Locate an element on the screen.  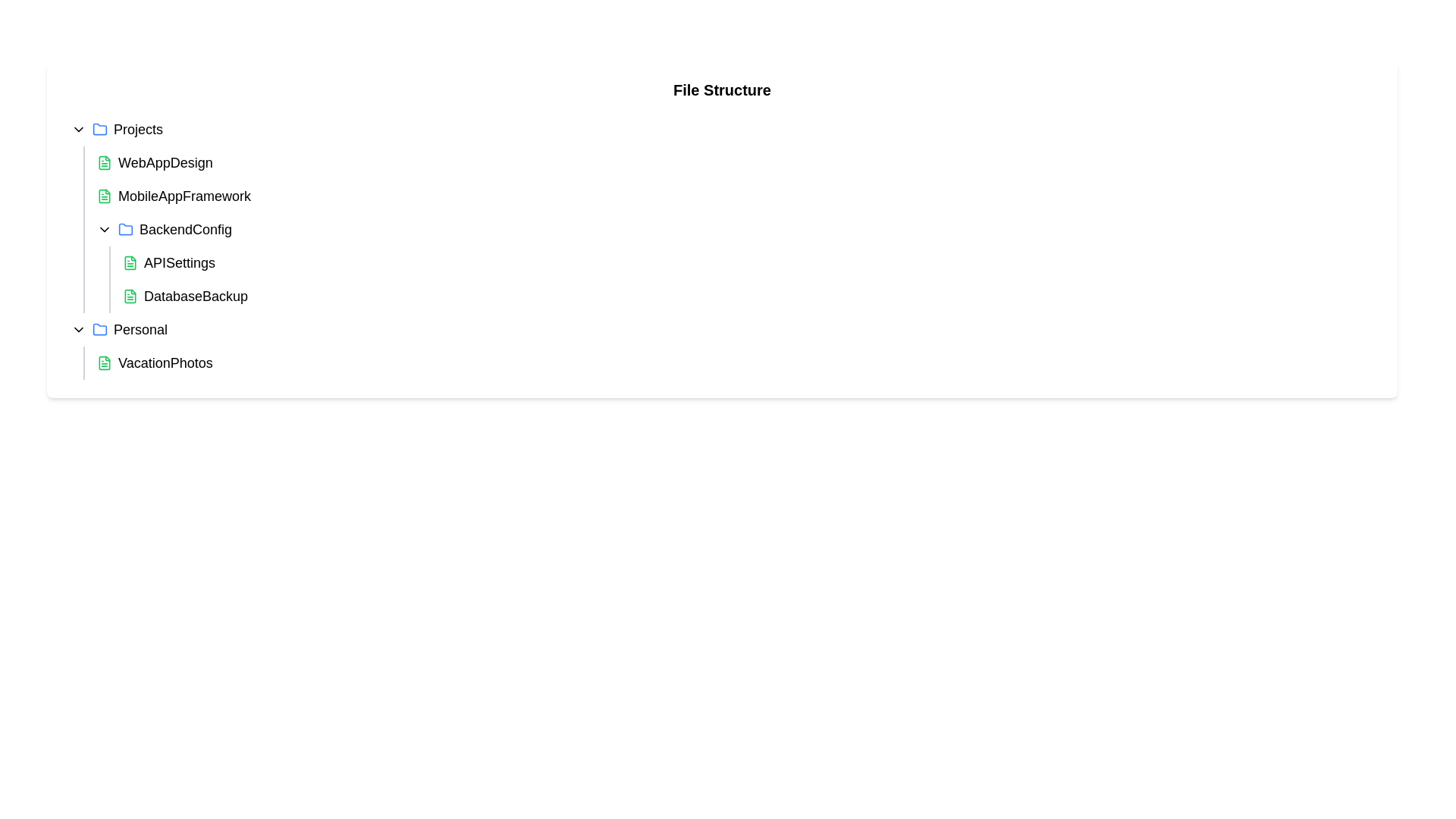
the text label for 'DatabaseBackup', which is the second item under the 'BackendConfig' folder in the file structure view, to possibly see additional details is located at coordinates (195, 296).